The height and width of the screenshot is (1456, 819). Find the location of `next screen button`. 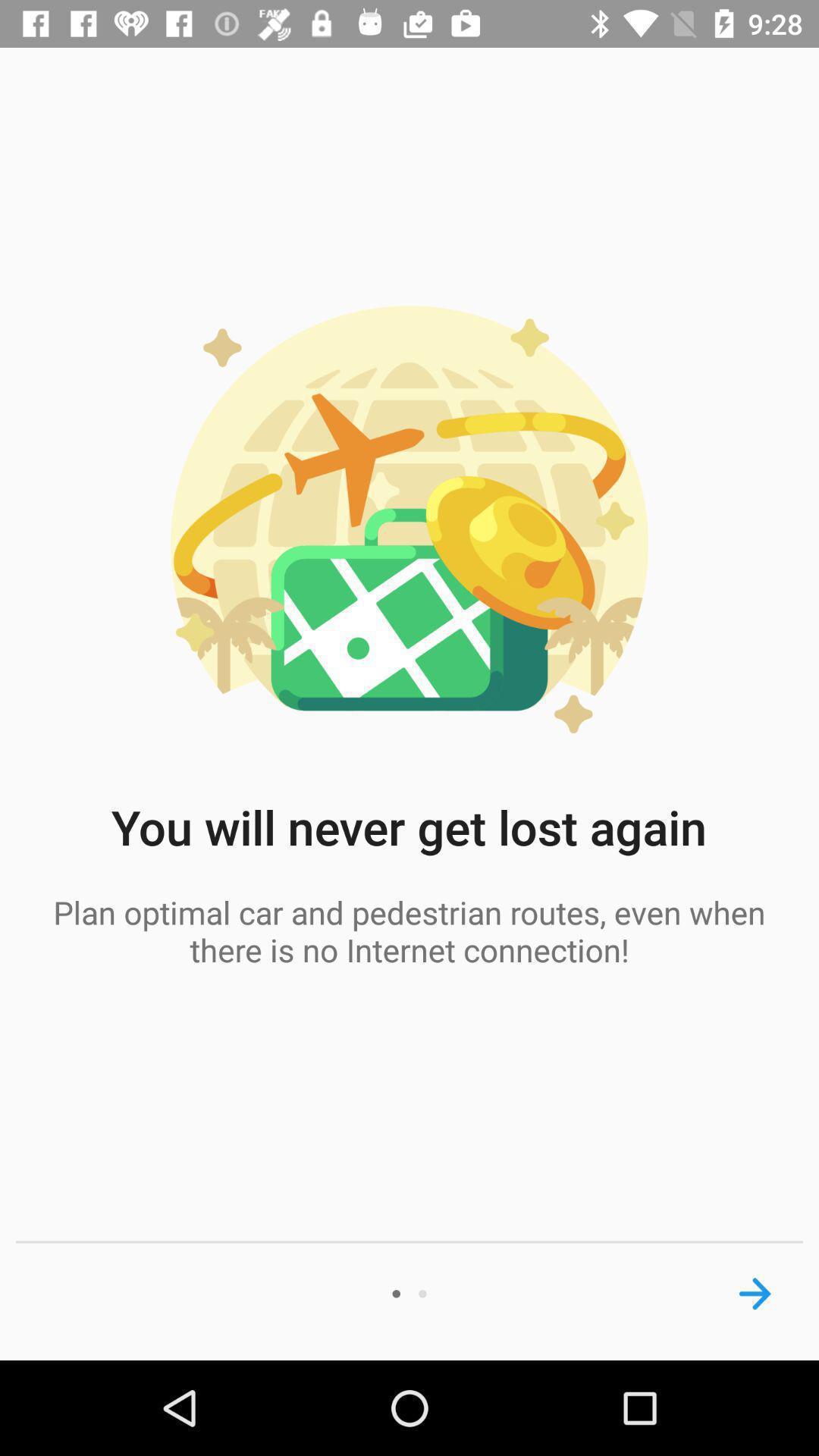

next screen button is located at coordinates (755, 1293).